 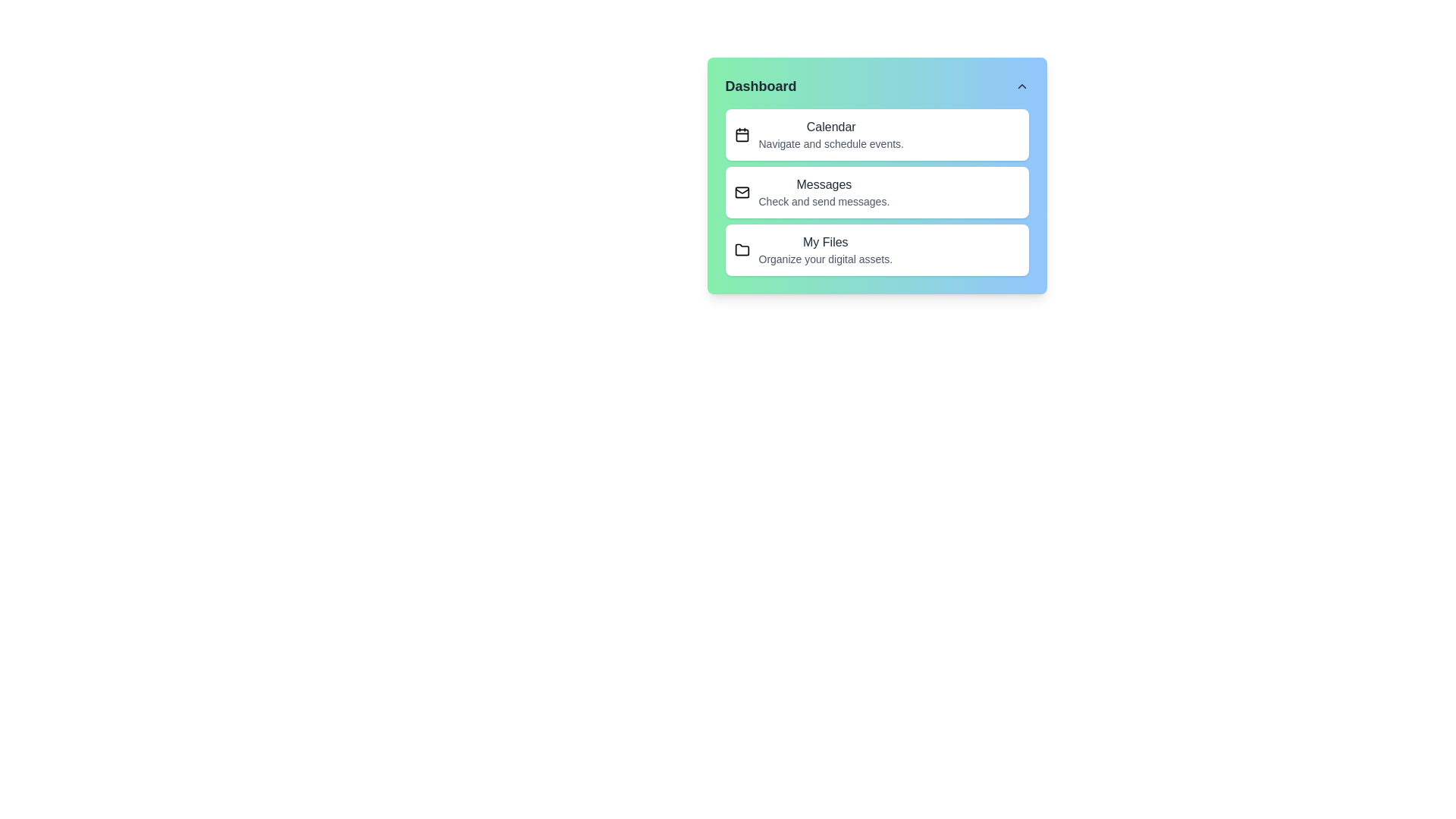 I want to click on the menu item Calendar to observe hover effects, so click(x=877, y=133).